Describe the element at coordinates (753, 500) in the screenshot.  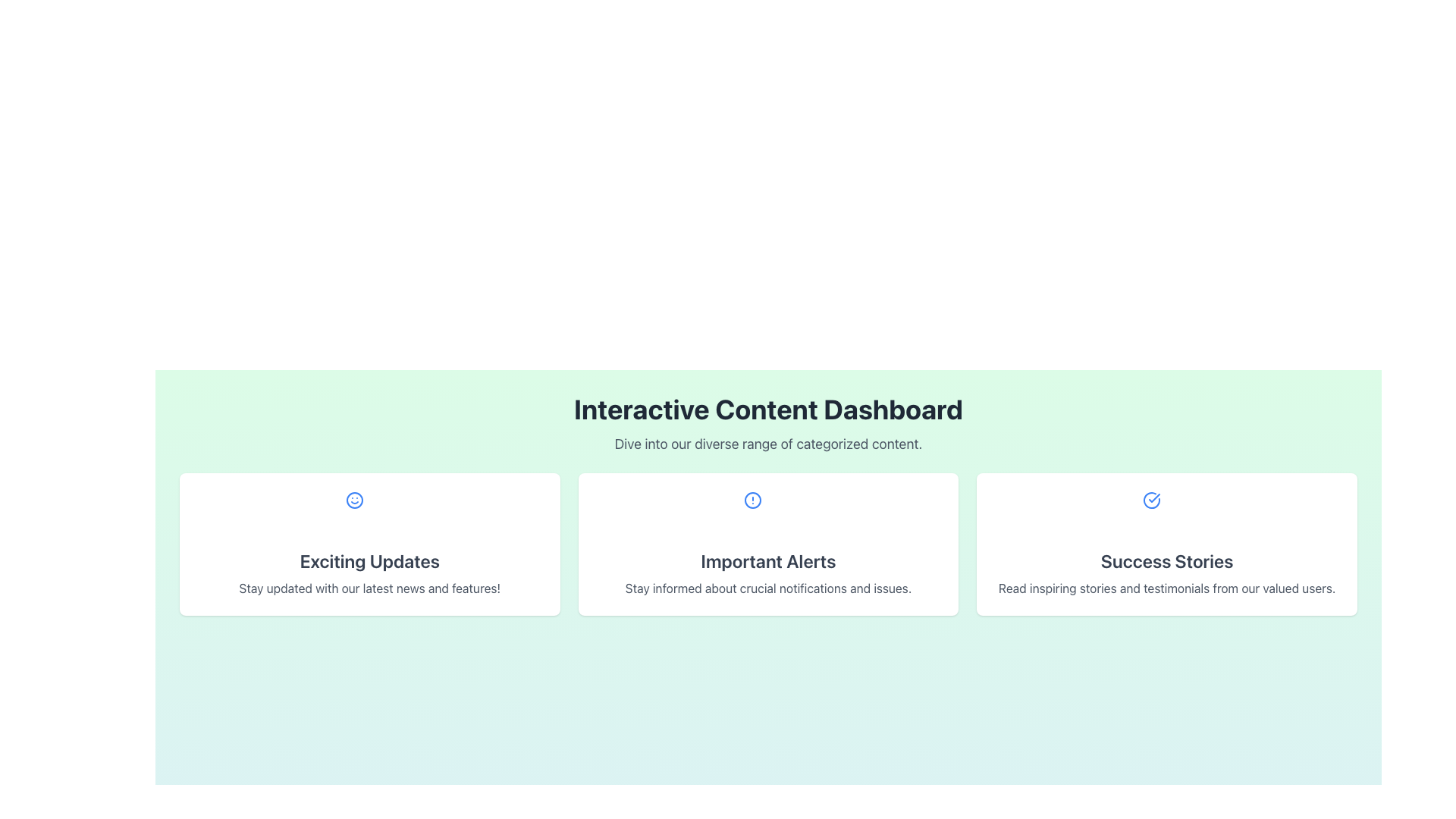
I see `the circular SVG element that represents a warning or alert indicator, located in the middle card of the dashboard above the text 'Important Alerts'` at that location.